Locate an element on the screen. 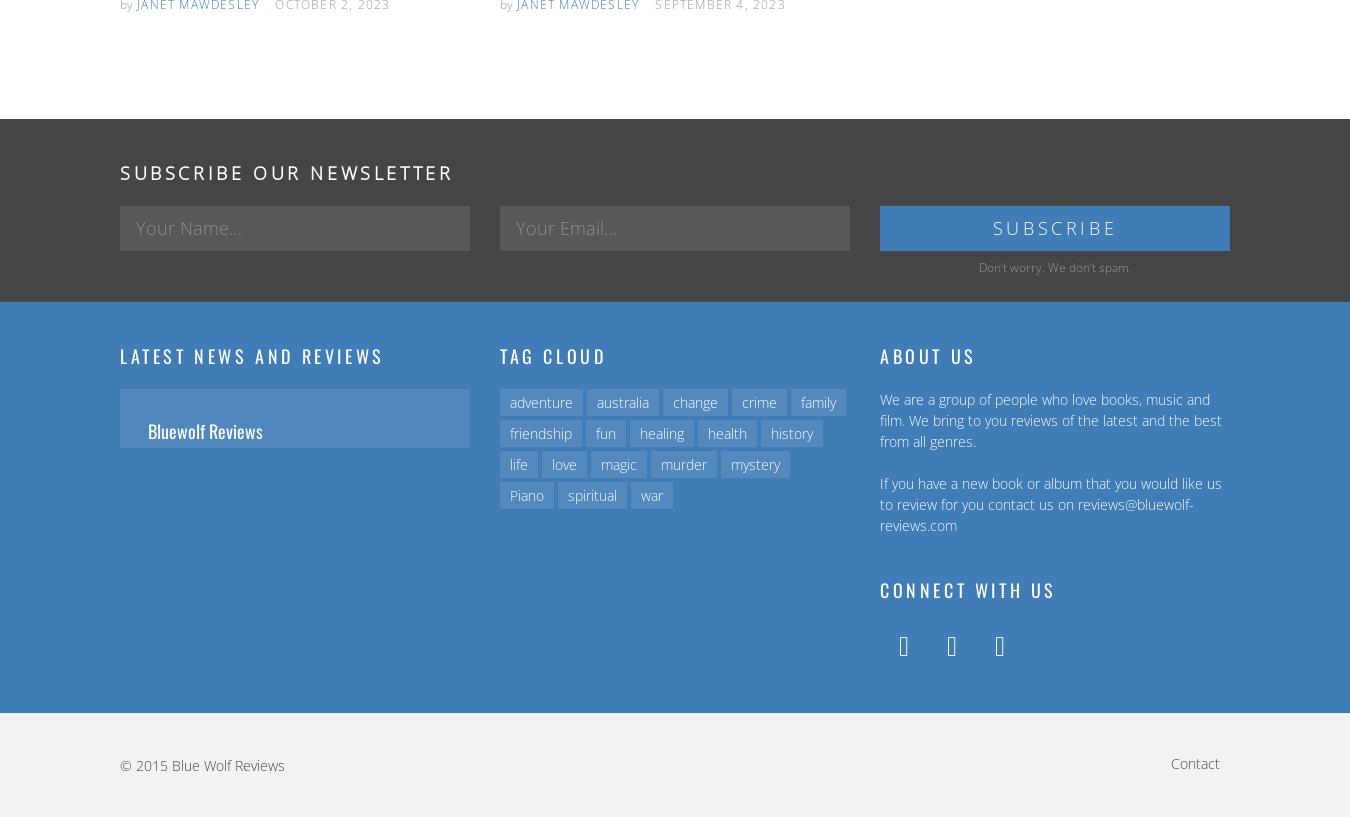 Image resolution: width=1350 pixels, height=817 pixels. 'Tag Cloud' is located at coordinates (551, 354).